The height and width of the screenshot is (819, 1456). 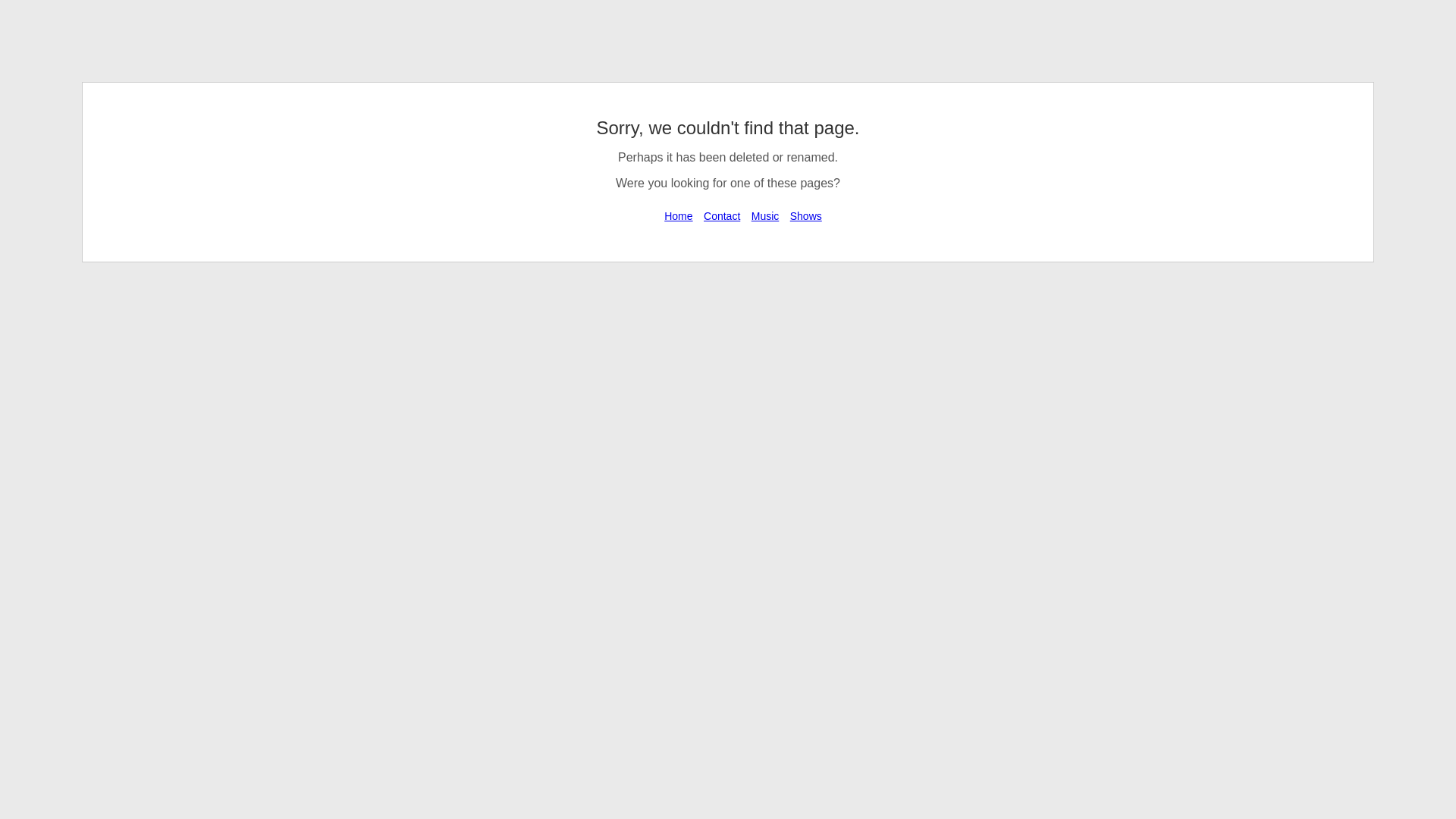 What do you see at coordinates (677, 216) in the screenshot?
I see `'Home'` at bounding box center [677, 216].